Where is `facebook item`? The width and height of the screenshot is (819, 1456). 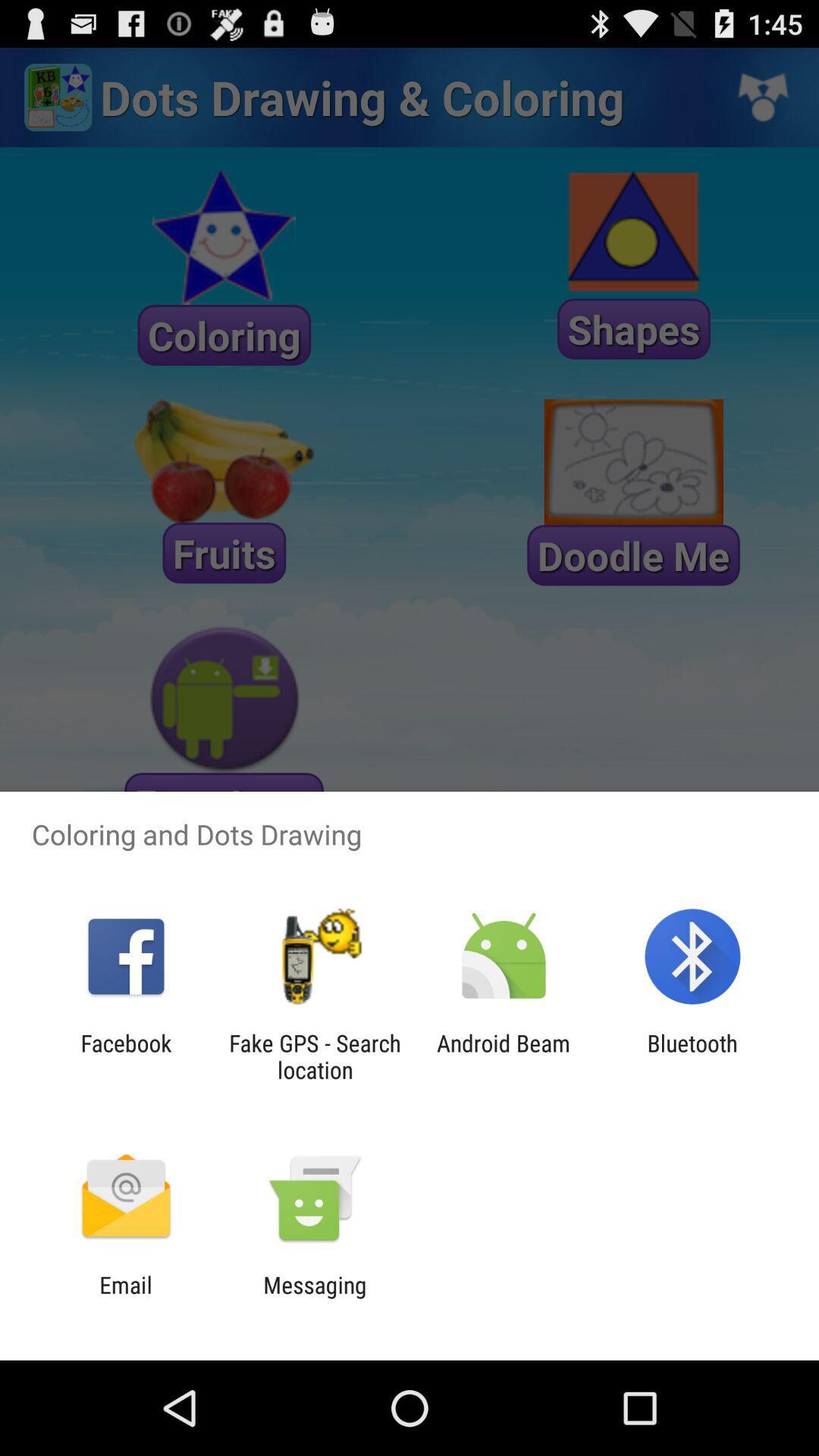
facebook item is located at coordinates (125, 1056).